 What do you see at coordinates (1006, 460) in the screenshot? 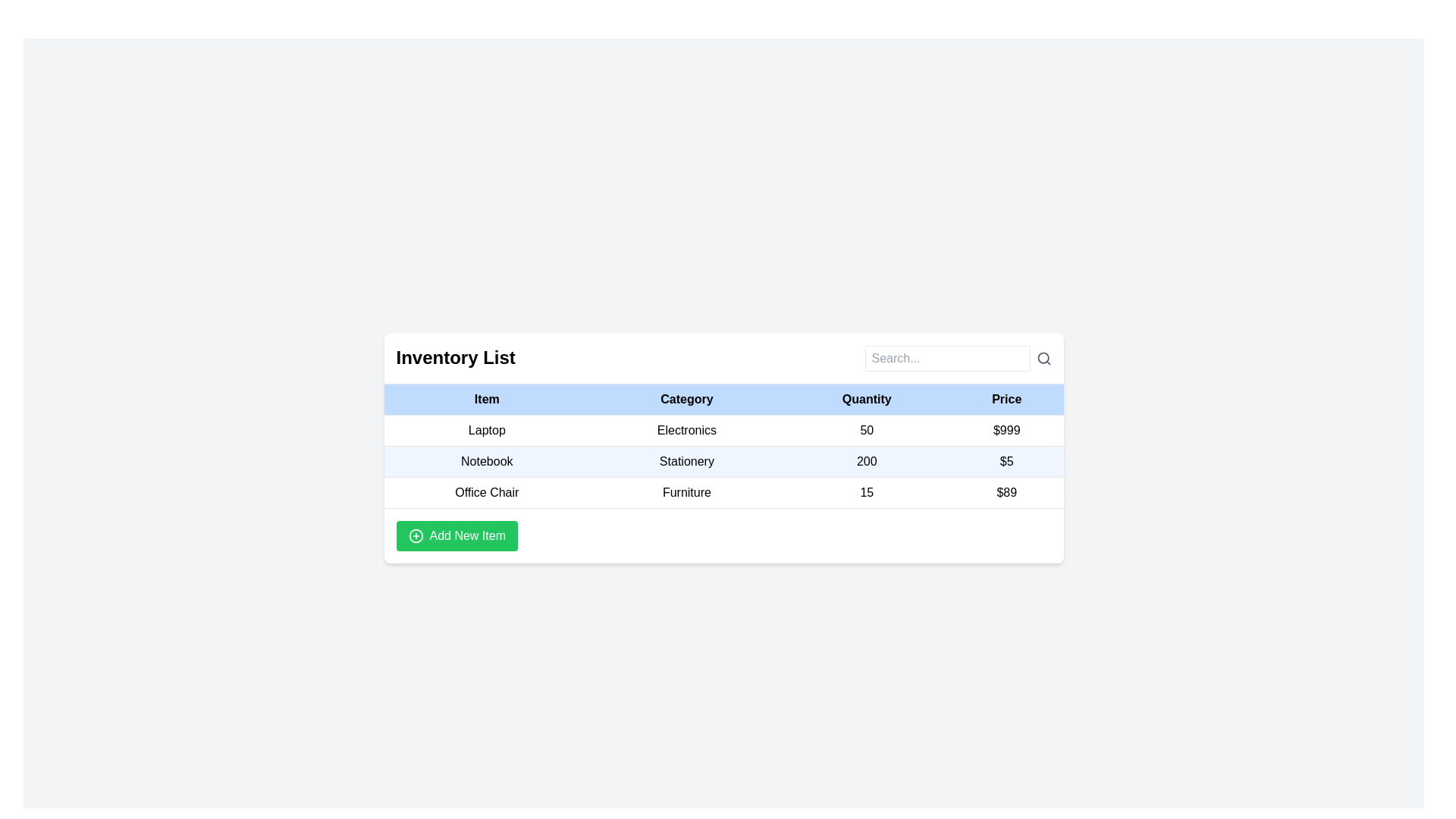
I see `the text label displaying '$5' located under the 'Price' column in the second row for the item 'Notebook'` at bounding box center [1006, 460].